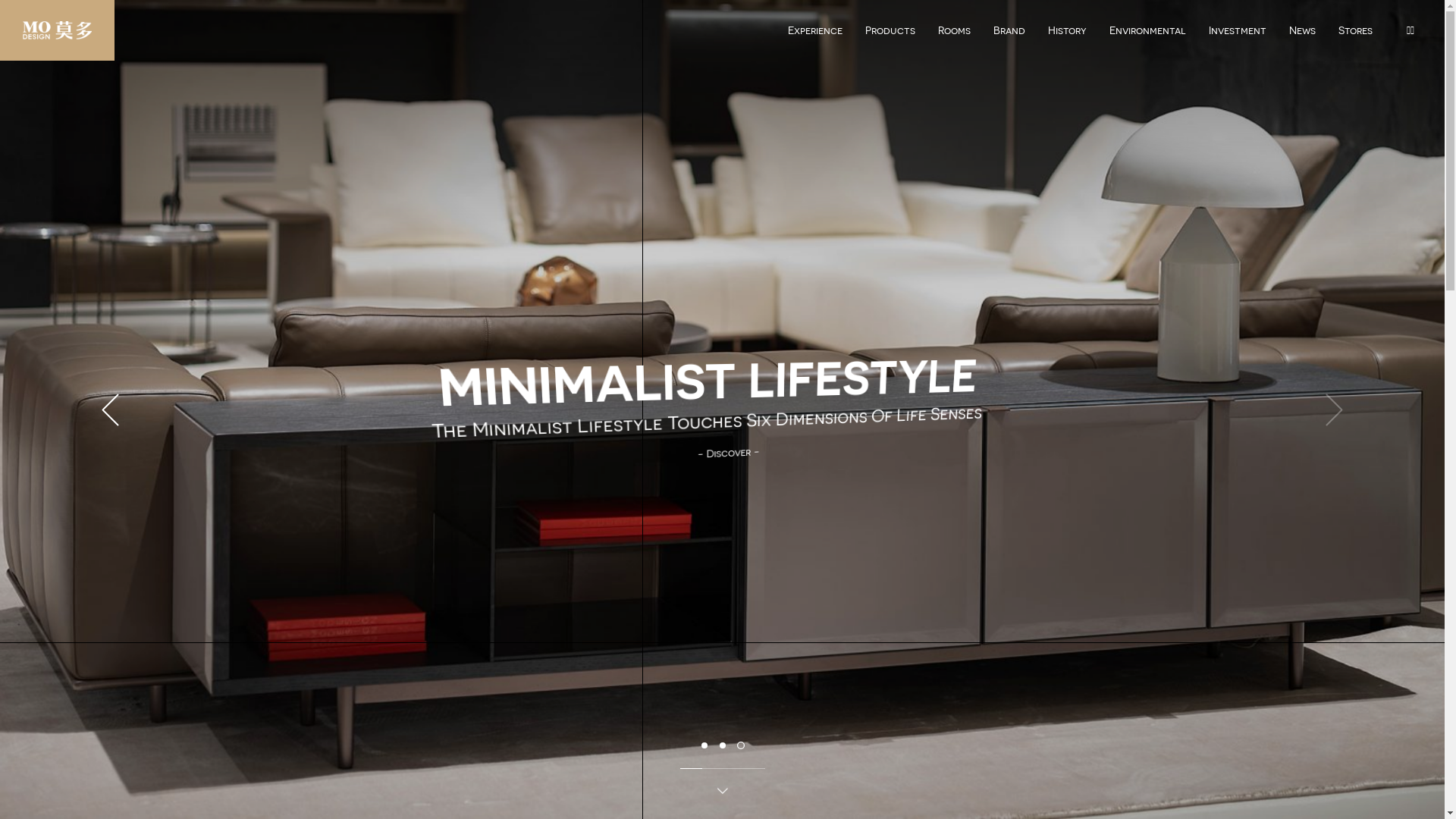 This screenshot has height=819, width=1456. I want to click on 'Environmental', so click(1098, 25).